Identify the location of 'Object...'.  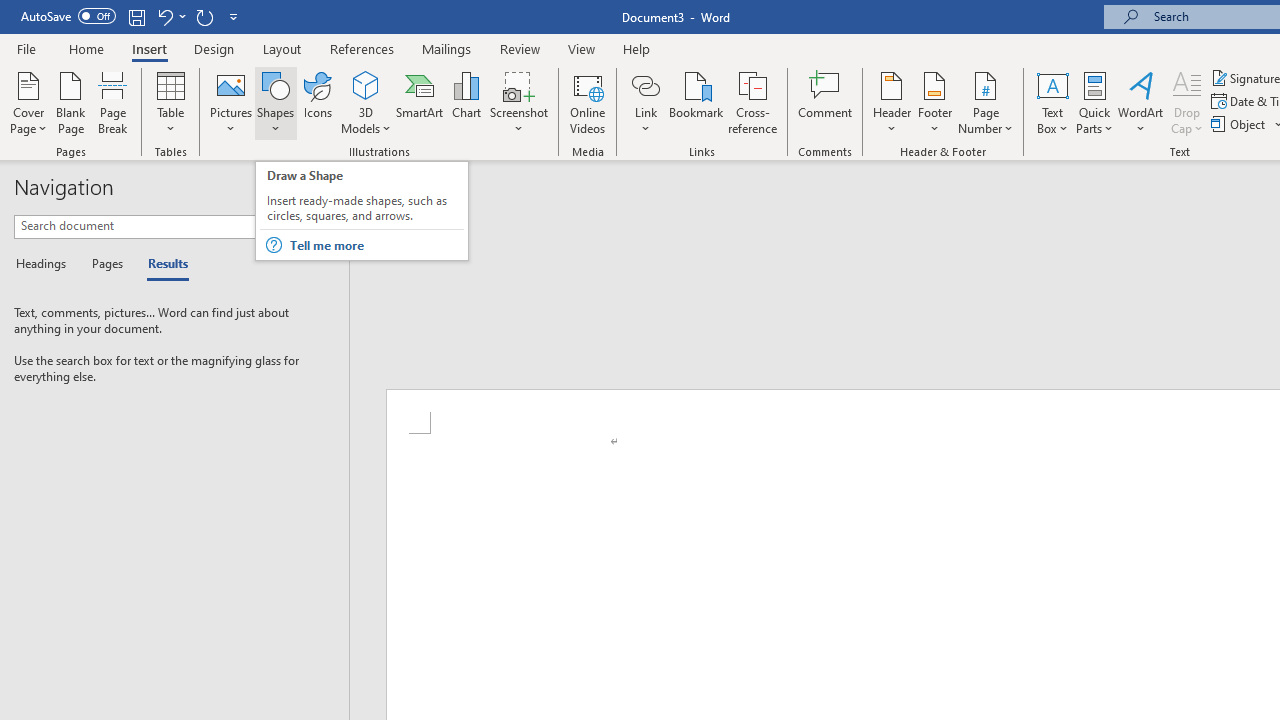
(1239, 124).